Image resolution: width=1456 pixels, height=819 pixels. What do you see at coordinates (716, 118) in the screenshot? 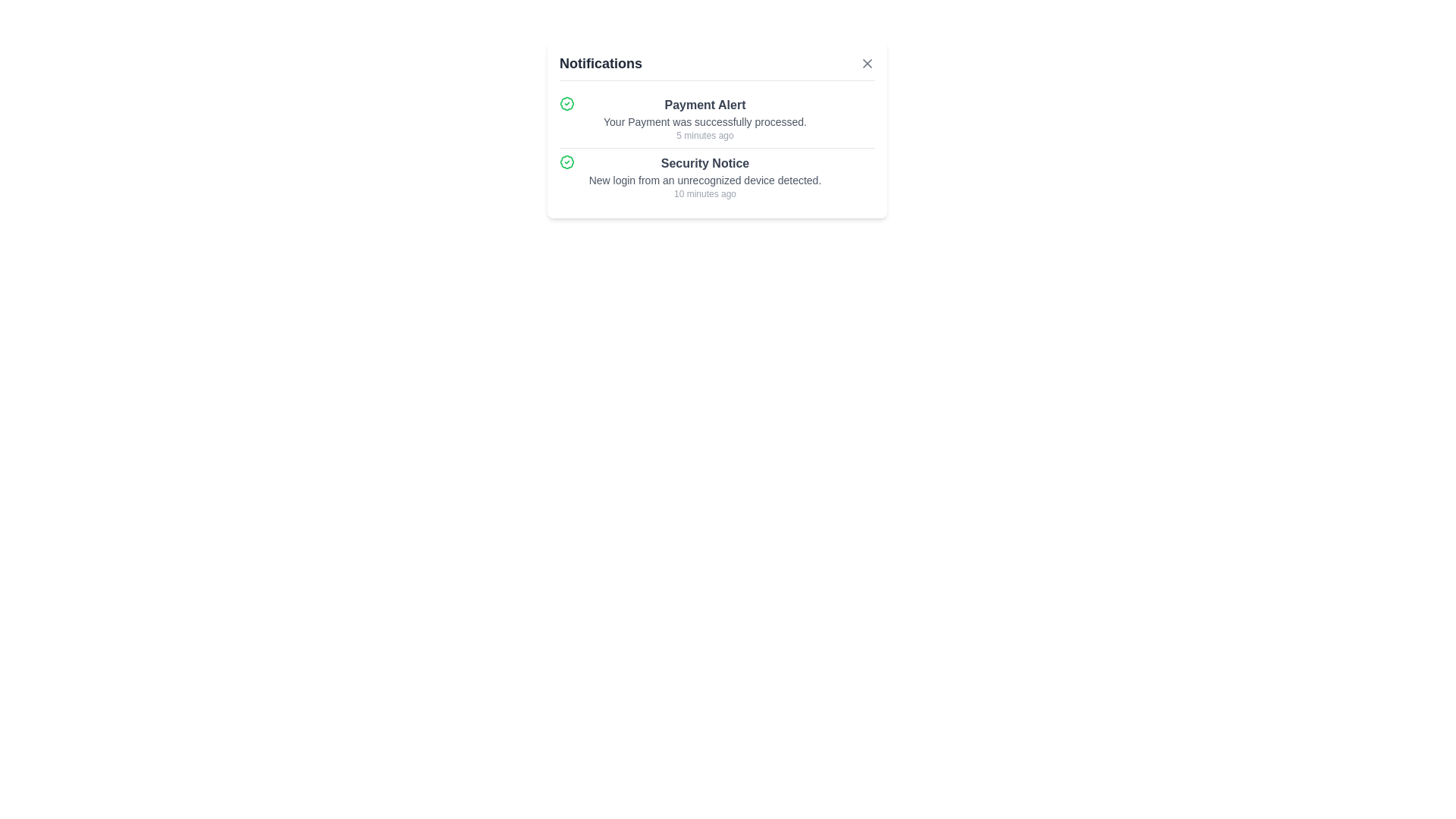
I see `the first notification item titled 'Payment Alert' to acknowledge or interact with it` at bounding box center [716, 118].